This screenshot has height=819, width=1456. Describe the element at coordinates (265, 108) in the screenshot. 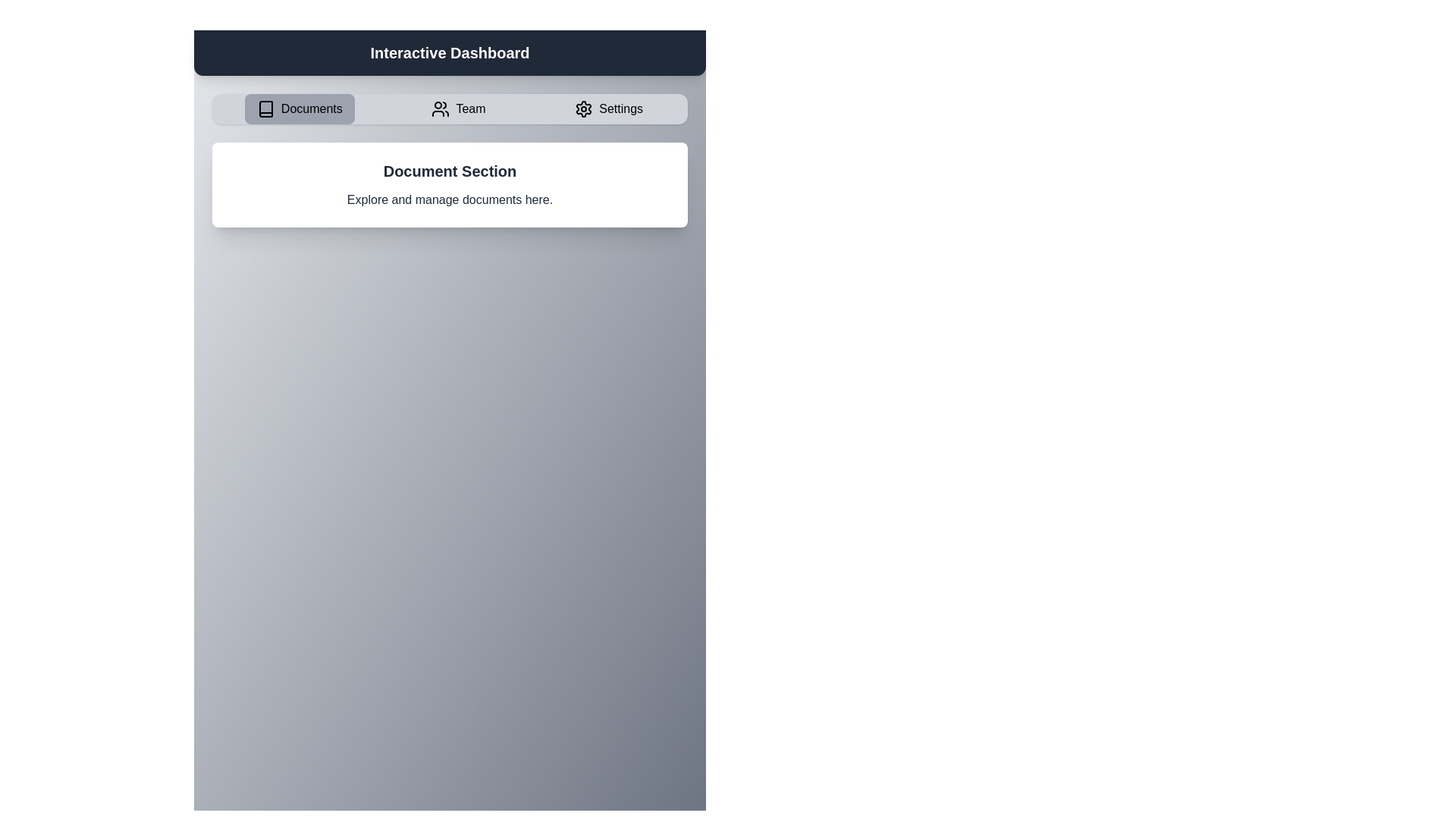

I see `the 'Documents' button on the navigation bar` at that location.